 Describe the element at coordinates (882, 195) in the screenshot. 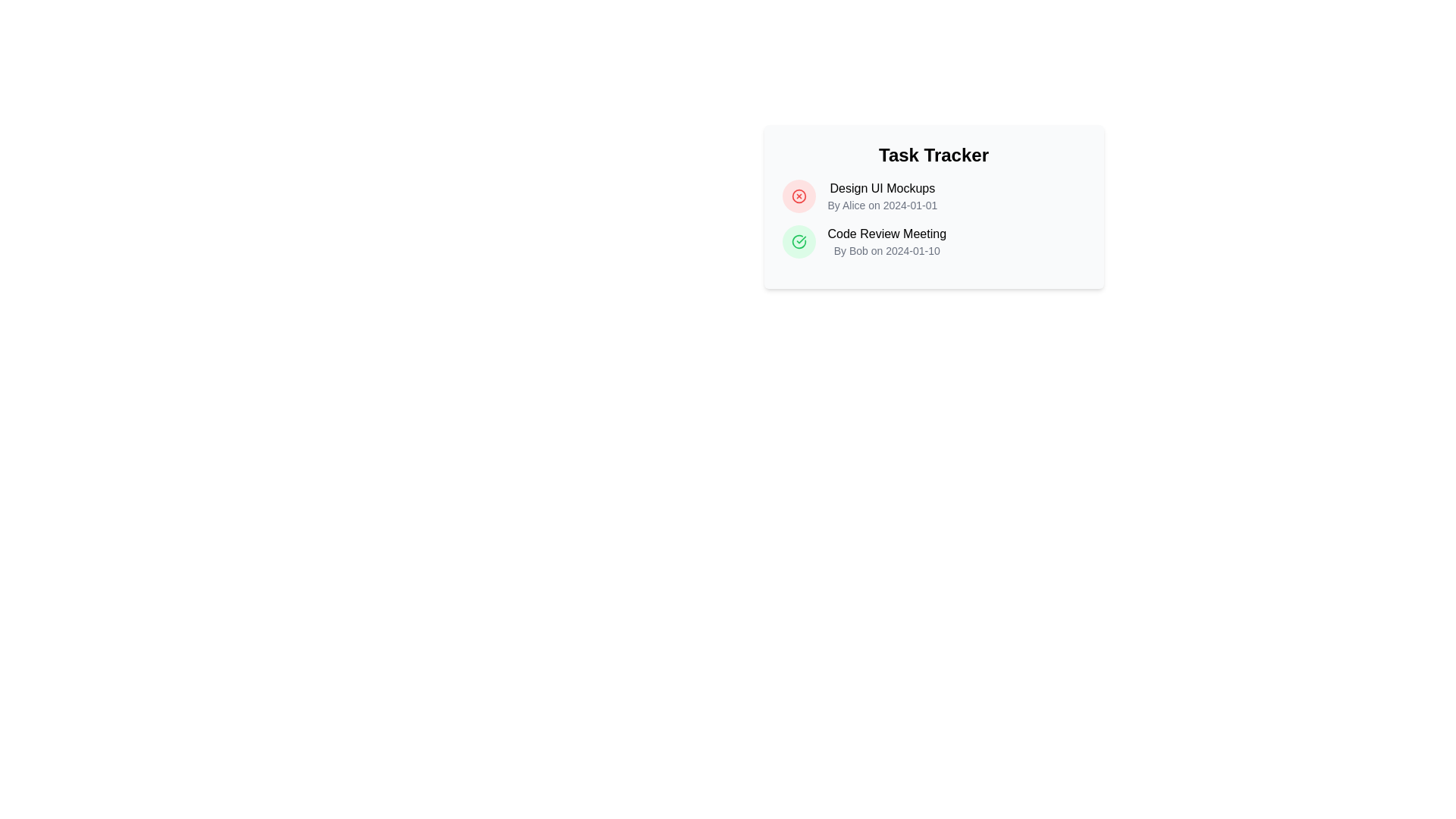

I see `and copy the text from the text block containing the title 'Design UI Mockups' and subtitle 'By Alice on 2024-01-01', which is positioned to the right of a round red icon` at that location.